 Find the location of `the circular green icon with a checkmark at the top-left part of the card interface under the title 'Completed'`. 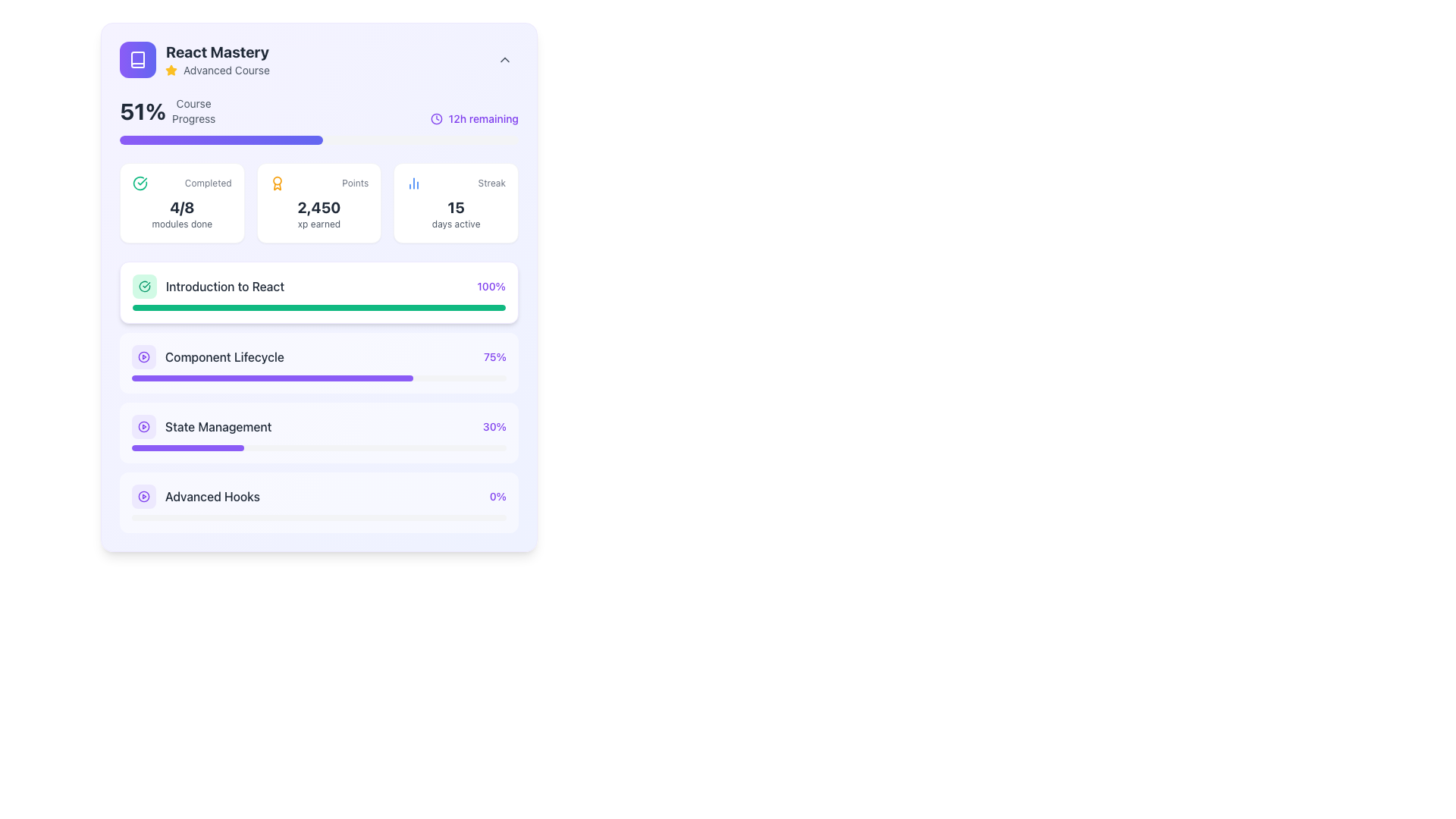

the circular green icon with a checkmark at the top-left part of the card interface under the title 'Completed' is located at coordinates (140, 183).